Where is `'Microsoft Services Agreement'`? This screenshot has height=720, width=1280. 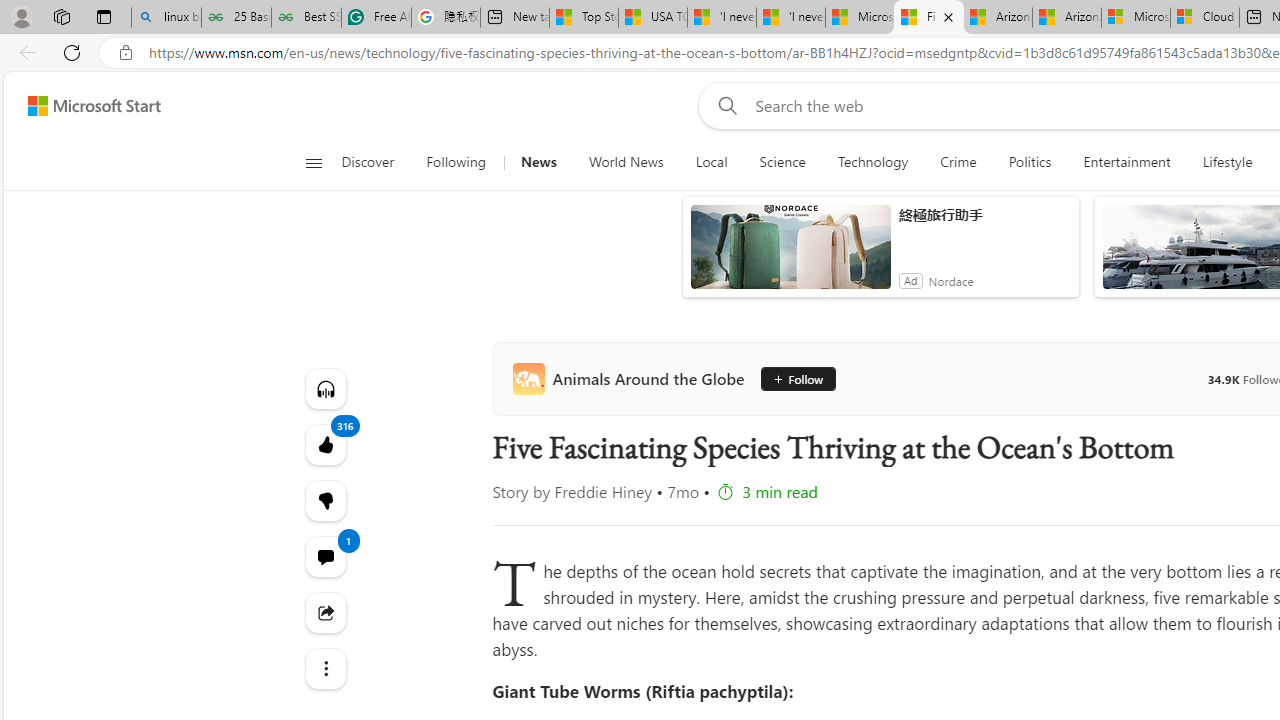 'Microsoft Services Agreement' is located at coordinates (1136, 17).